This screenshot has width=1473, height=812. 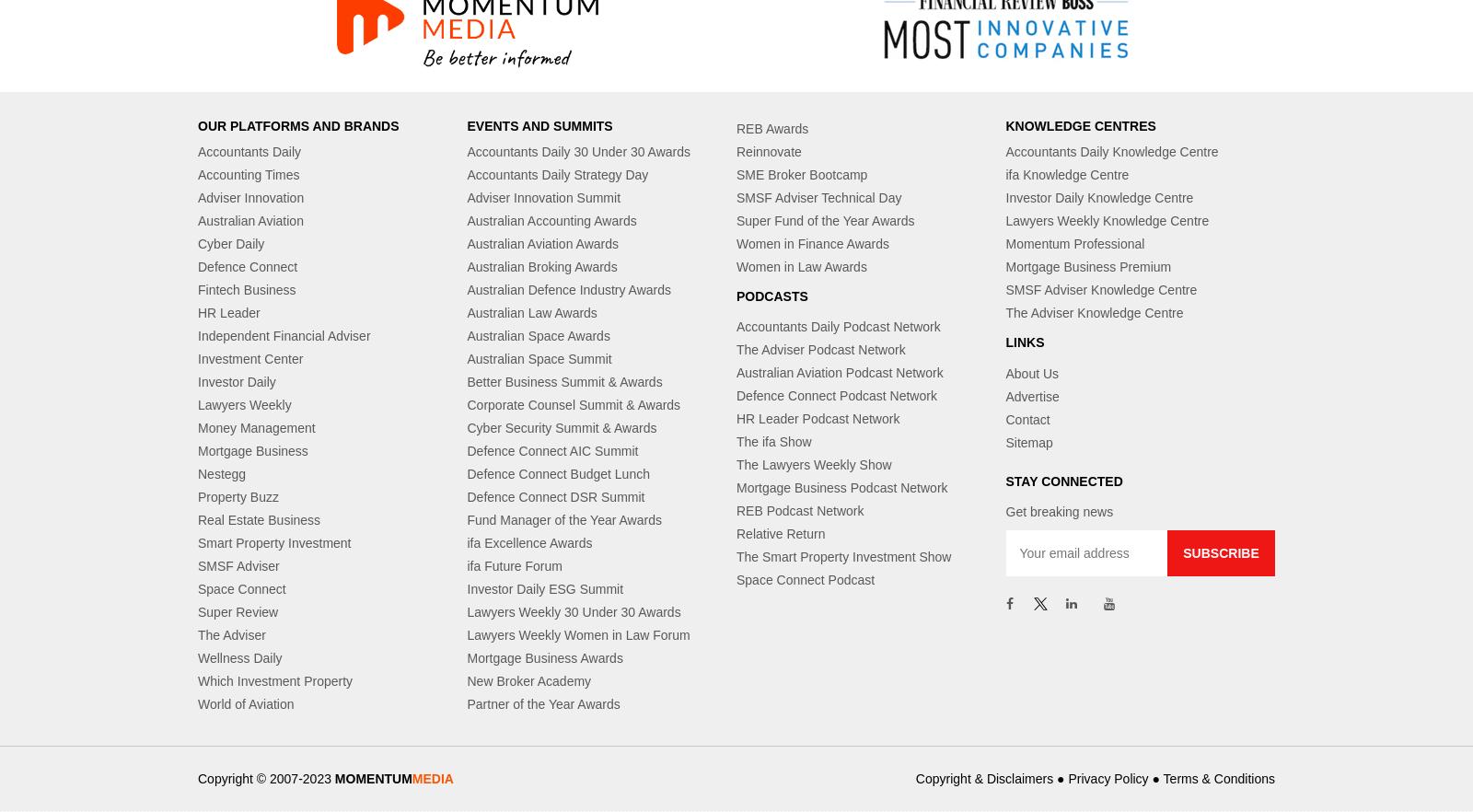 What do you see at coordinates (800, 265) in the screenshot?
I see `'Women in Law Awards'` at bounding box center [800, 265].